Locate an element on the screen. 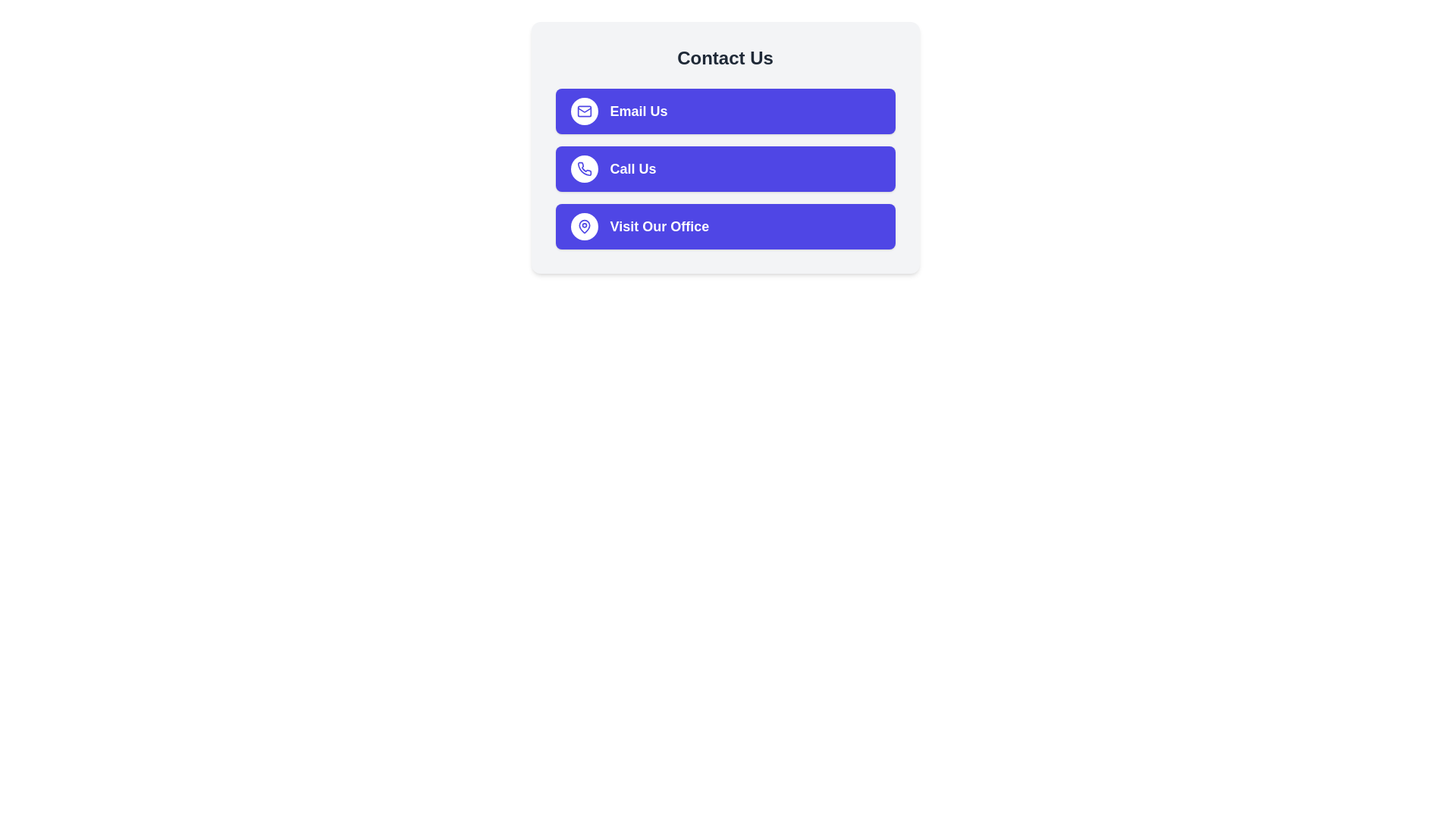  the 'Email Us' icon located at the top of the 'Contact Us' section, which is the first button among three vertically arranged buttons is located at coordinates (583, 110).